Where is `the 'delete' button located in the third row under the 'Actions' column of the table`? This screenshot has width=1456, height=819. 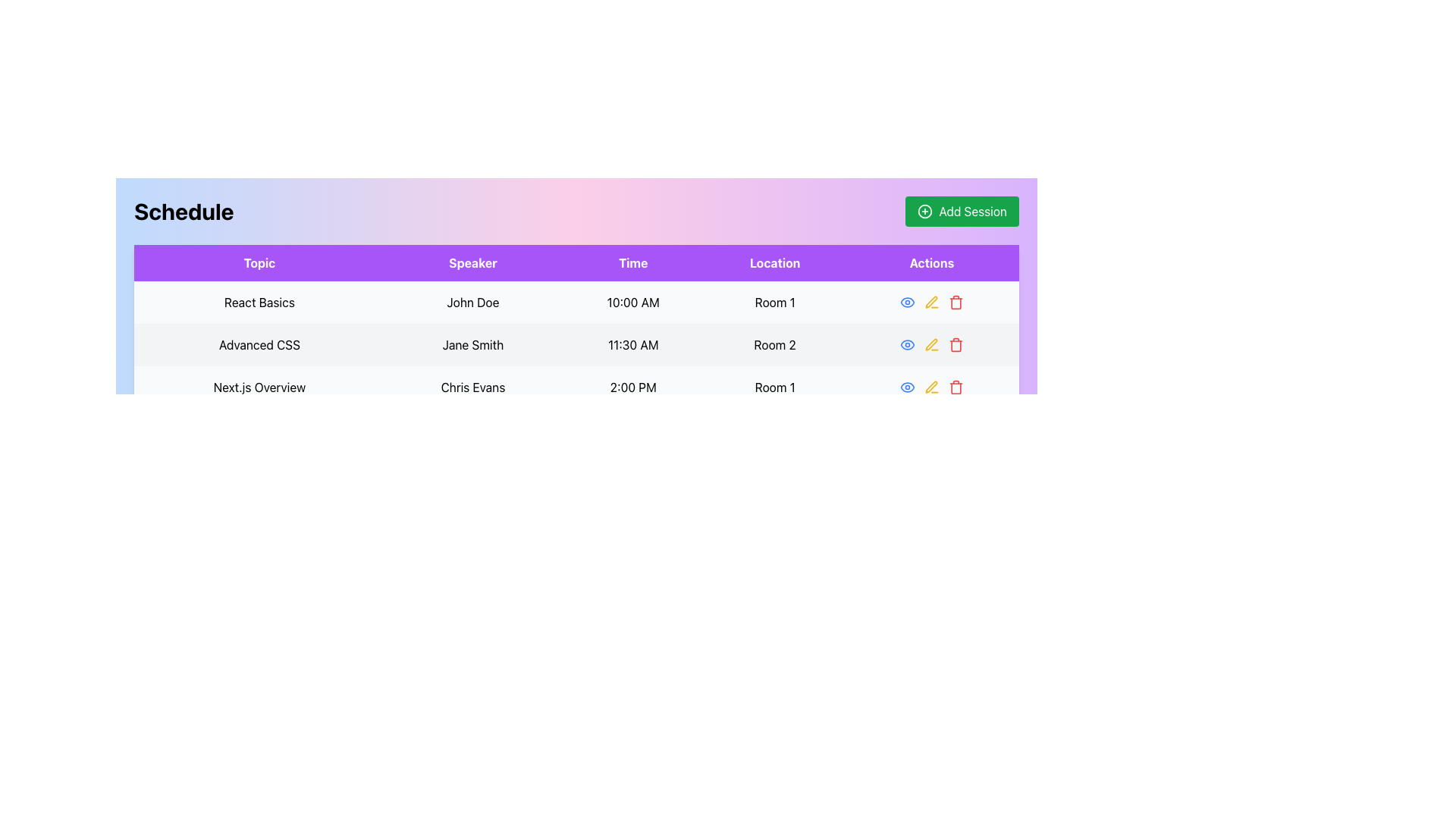
the 'delete' button located in the third row under the 'Actions' column of the table is located at coordinates (955, 386).